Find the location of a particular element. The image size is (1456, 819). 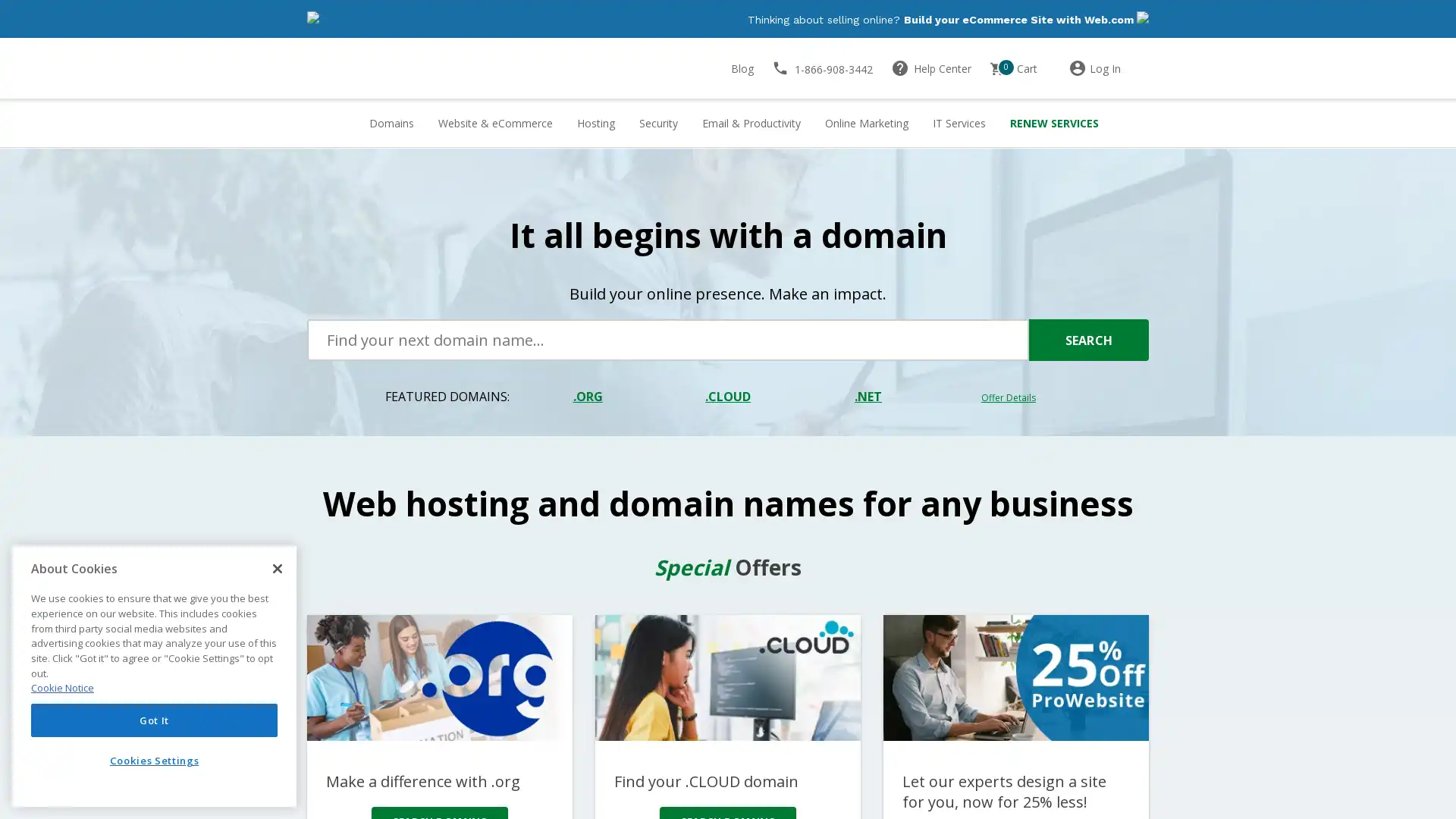

SEARCH is located at coordinates (1087, 341).